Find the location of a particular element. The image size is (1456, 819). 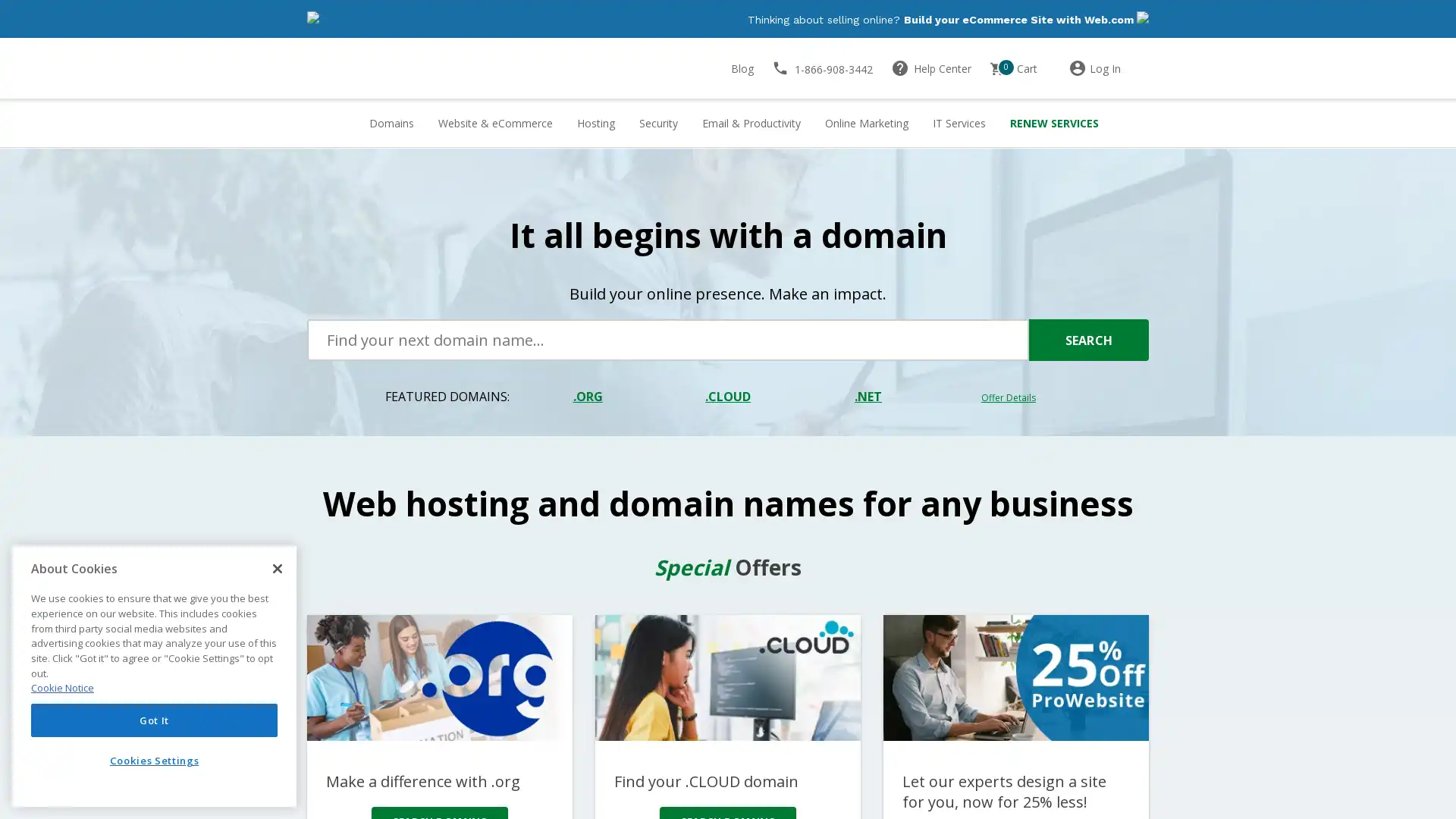

SEARCH is located at coordinates (1087, 341).